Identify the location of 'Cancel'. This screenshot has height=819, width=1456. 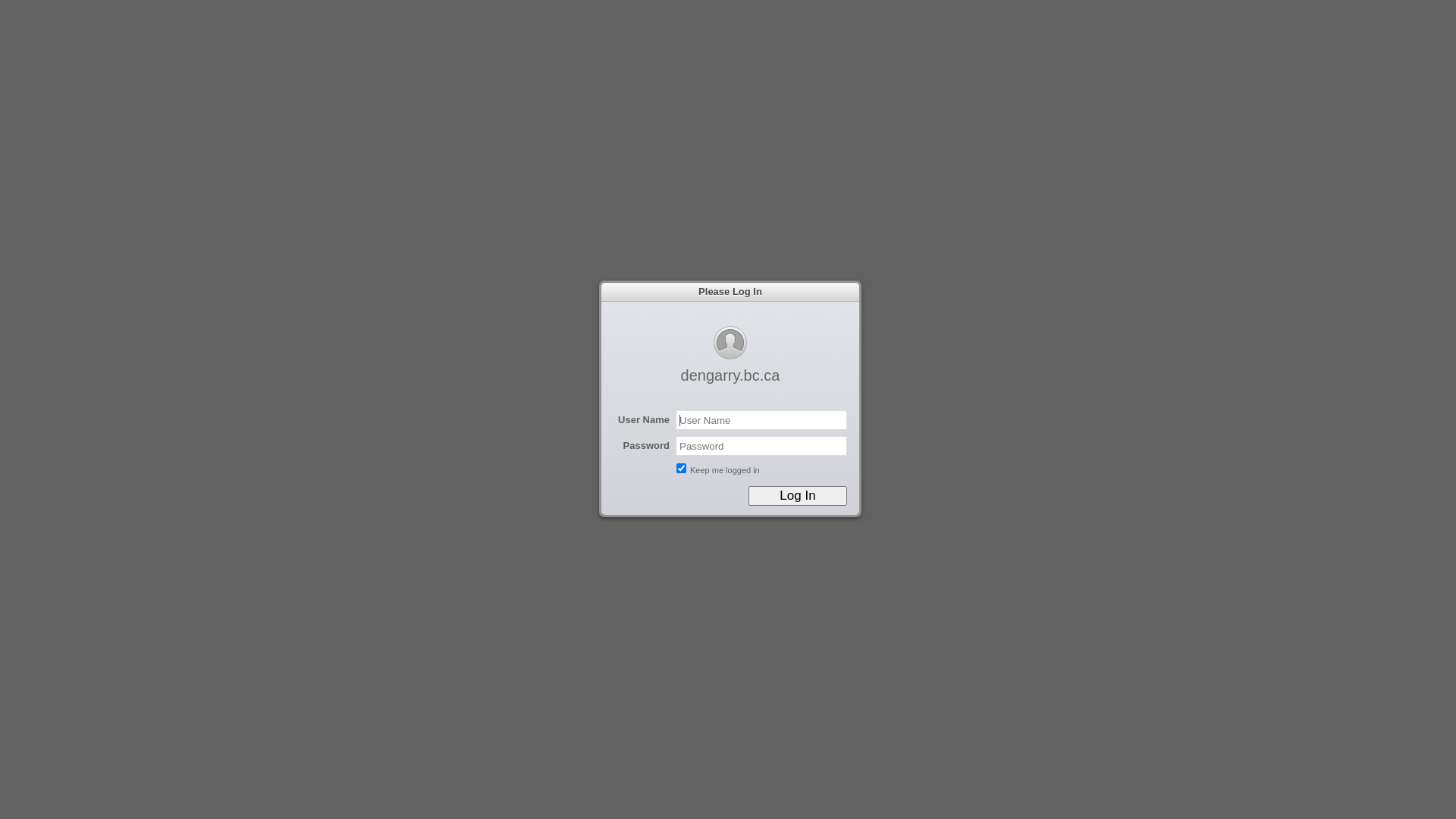
(49, 9).